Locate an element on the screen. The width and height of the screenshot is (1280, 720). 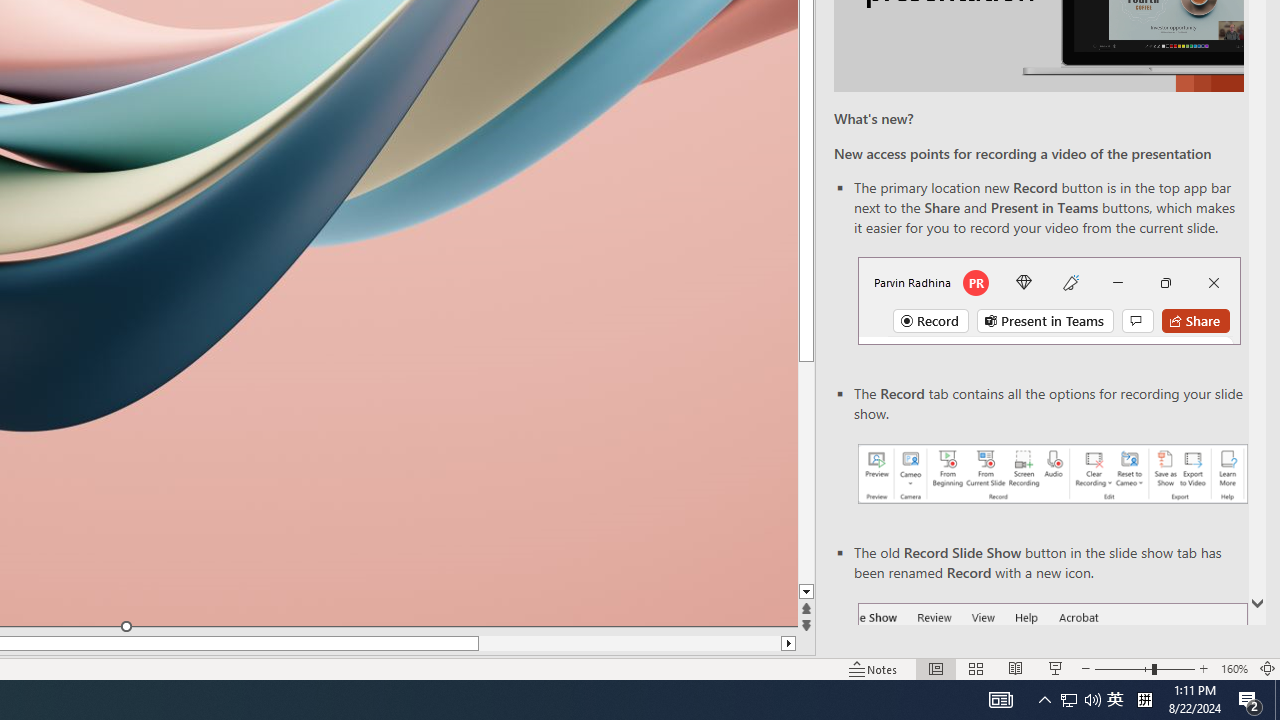
'Notes ' is located at coordinates (874, 669).